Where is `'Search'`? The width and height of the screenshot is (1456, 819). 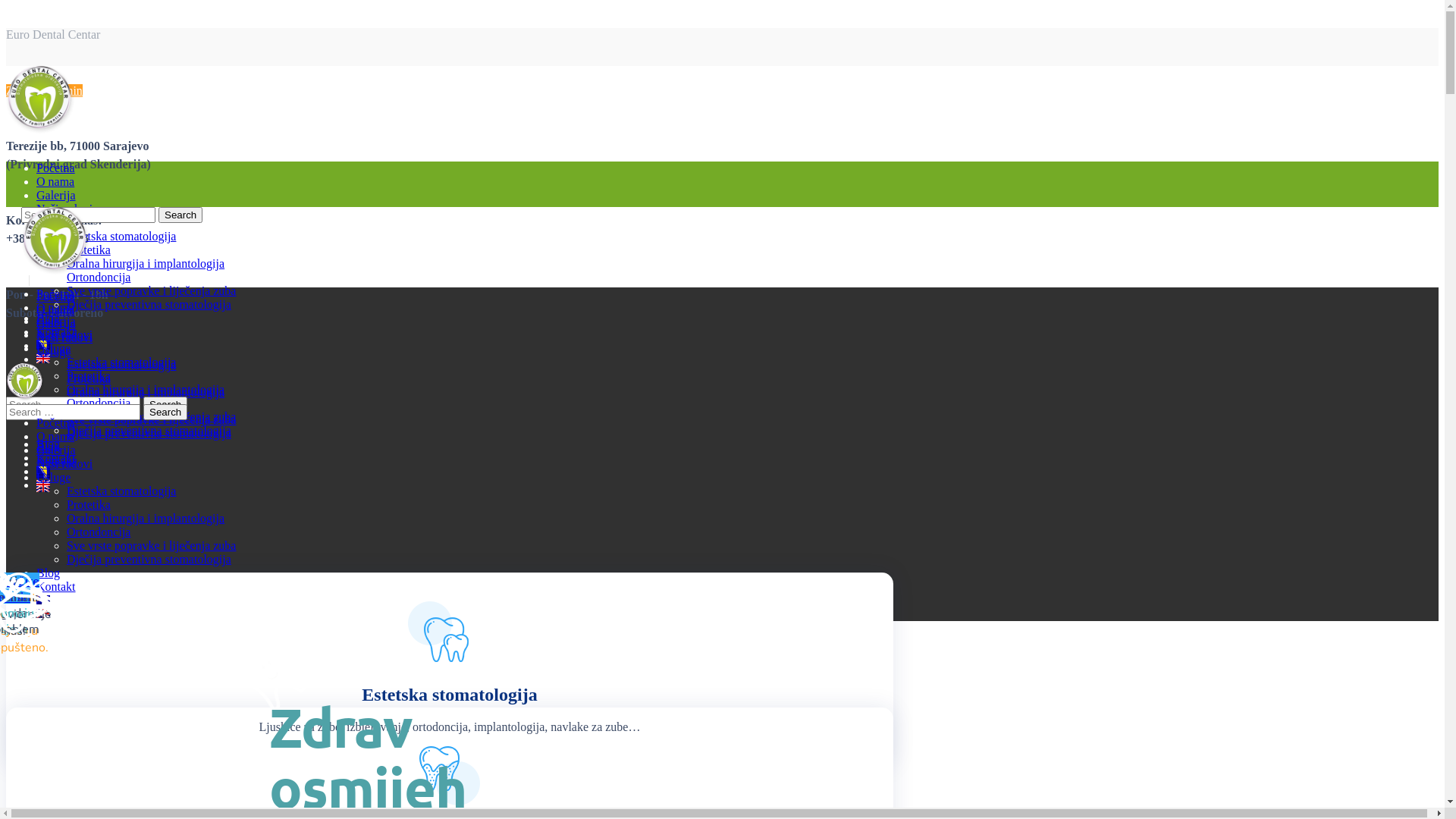 'Search' is located at coordinates (180, 215).